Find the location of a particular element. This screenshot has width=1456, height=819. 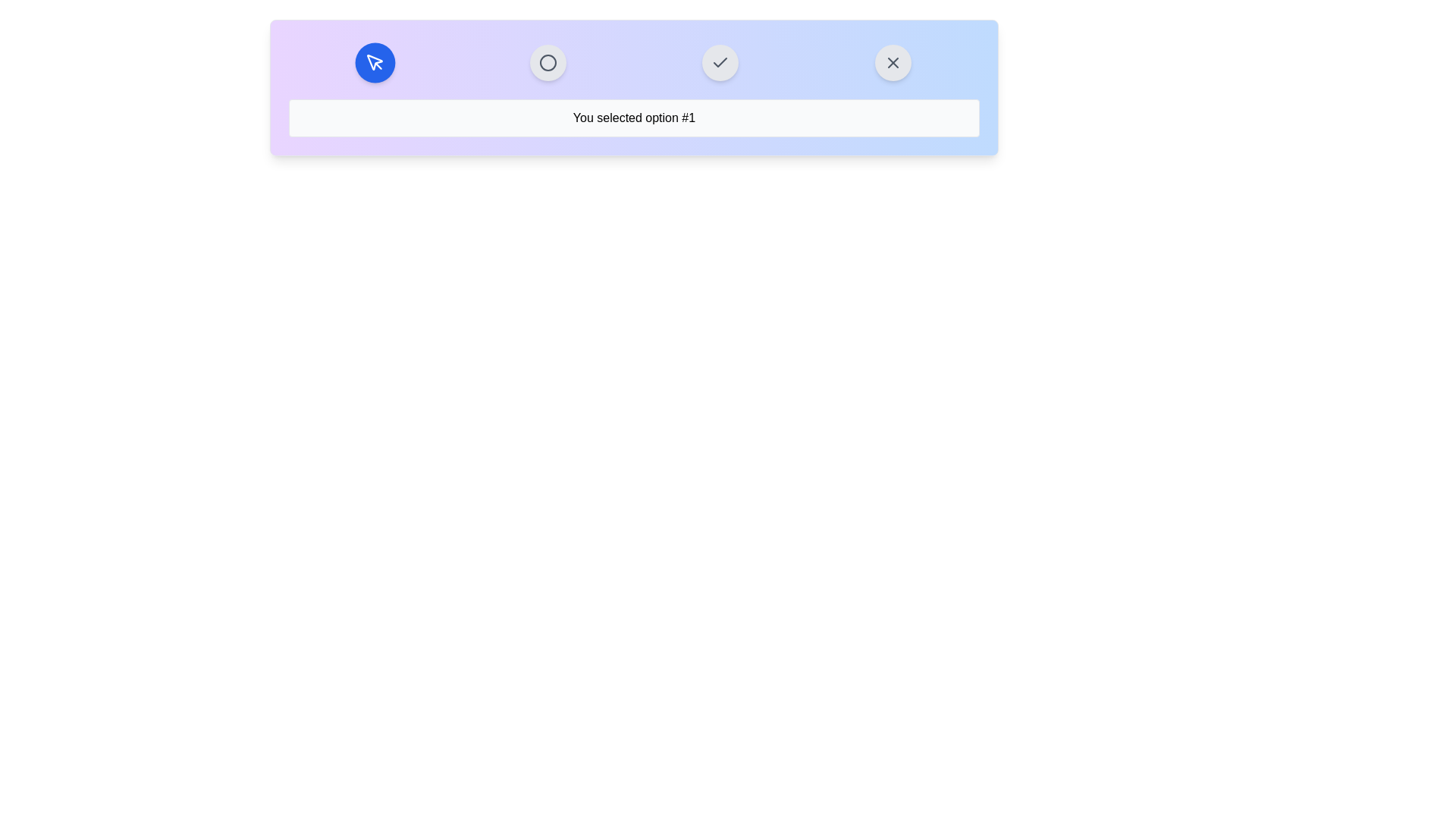

the icon corresponding to 3 by clicking the respective button is located at coordinates (720, 62).